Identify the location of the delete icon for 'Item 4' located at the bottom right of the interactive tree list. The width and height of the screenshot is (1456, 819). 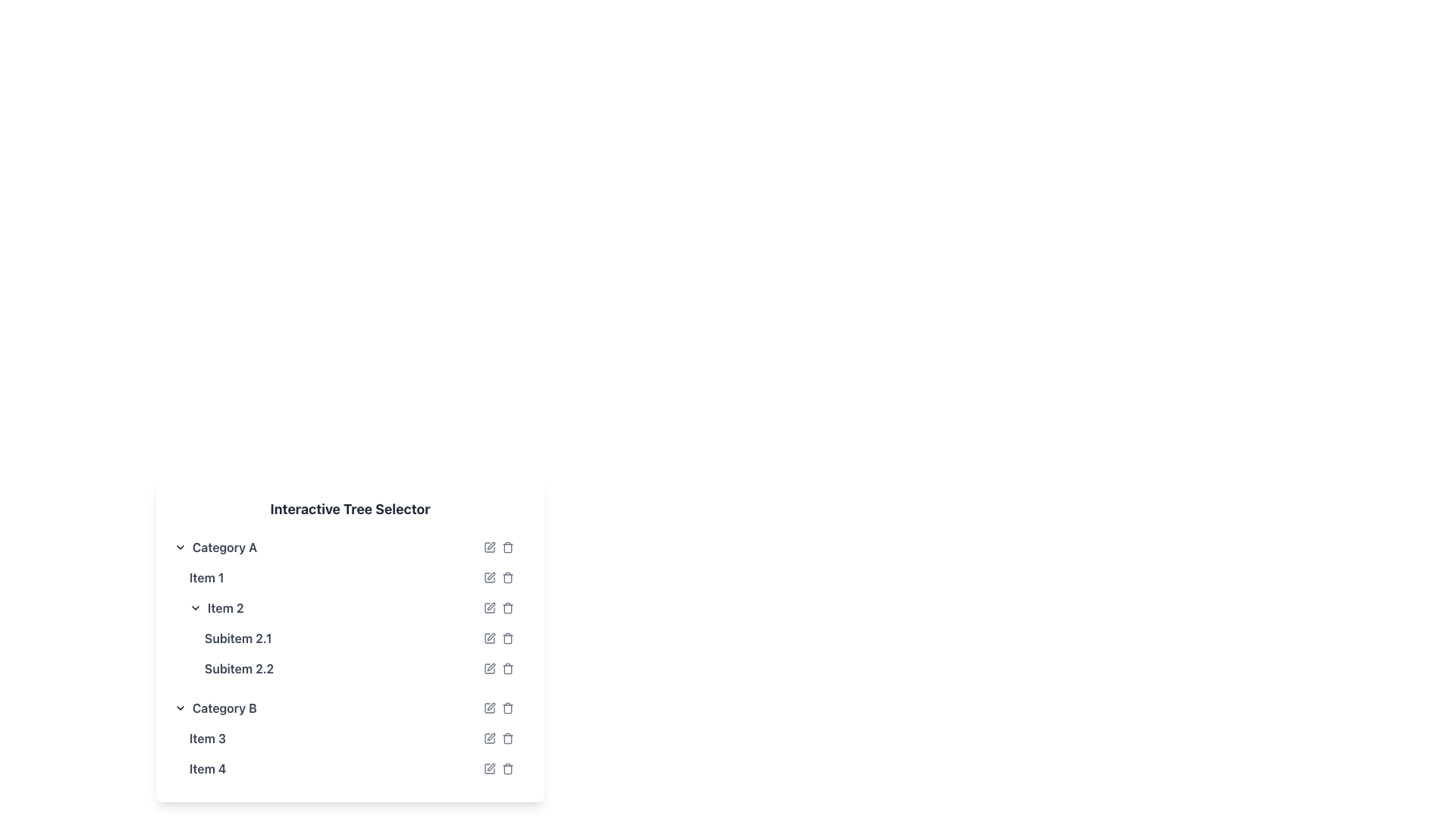
(508, 769).